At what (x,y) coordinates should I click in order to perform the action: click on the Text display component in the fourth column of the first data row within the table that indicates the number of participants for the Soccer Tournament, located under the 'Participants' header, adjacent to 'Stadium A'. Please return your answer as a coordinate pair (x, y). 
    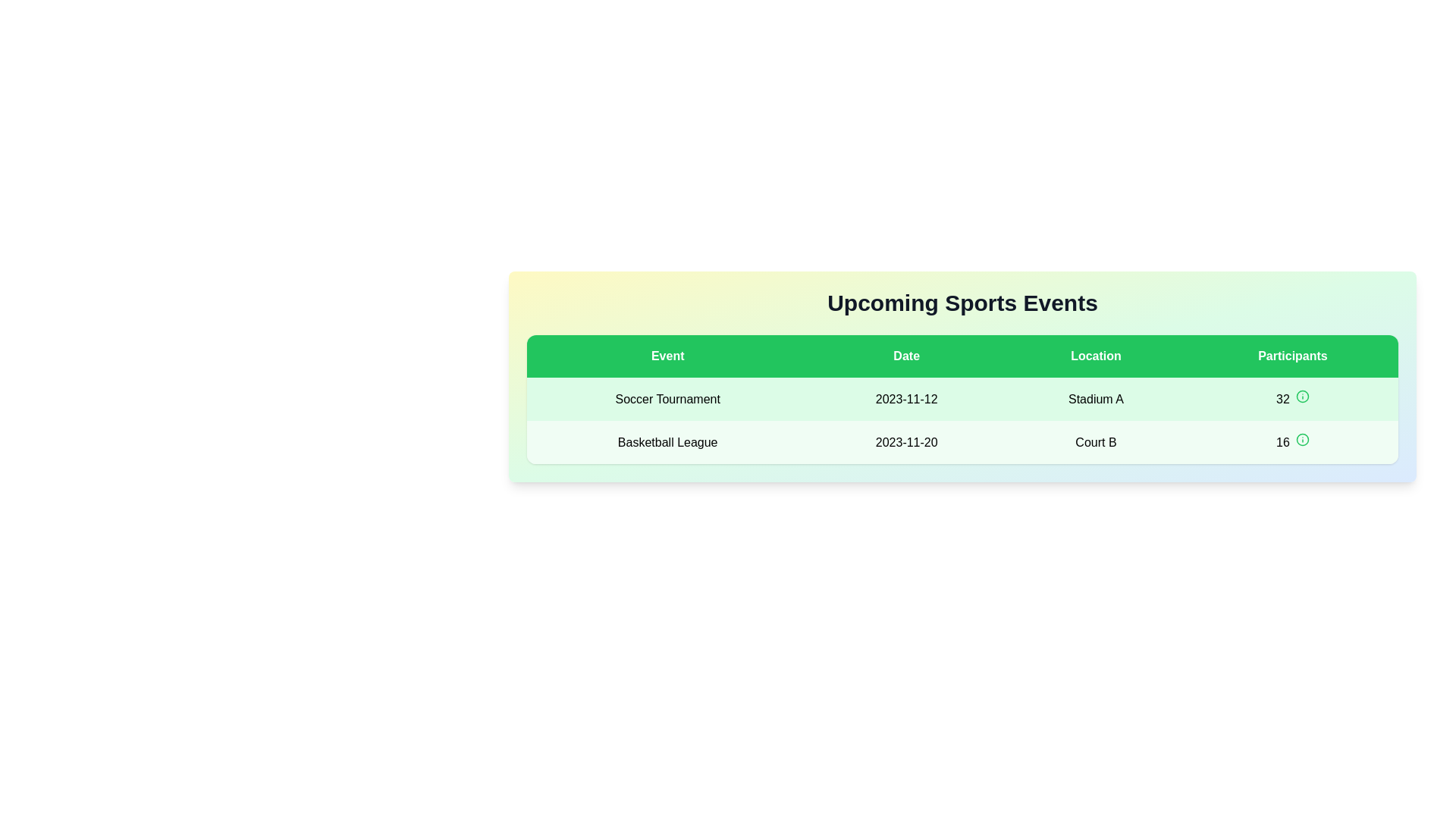
    Looking at the image, I should click on (1291, 398).